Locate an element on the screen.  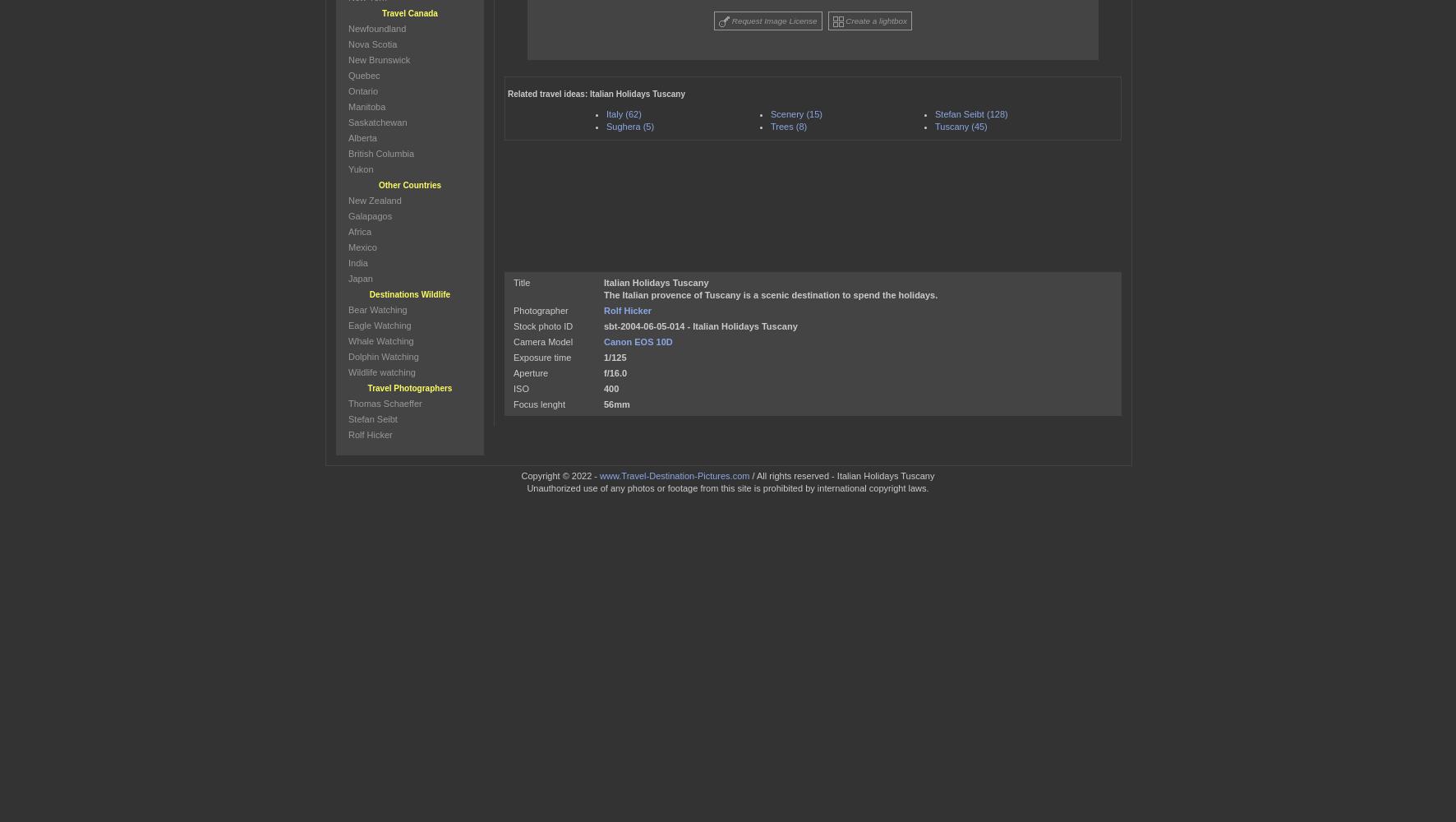
'Create a lightbox' is located at coordinates (842, 20).